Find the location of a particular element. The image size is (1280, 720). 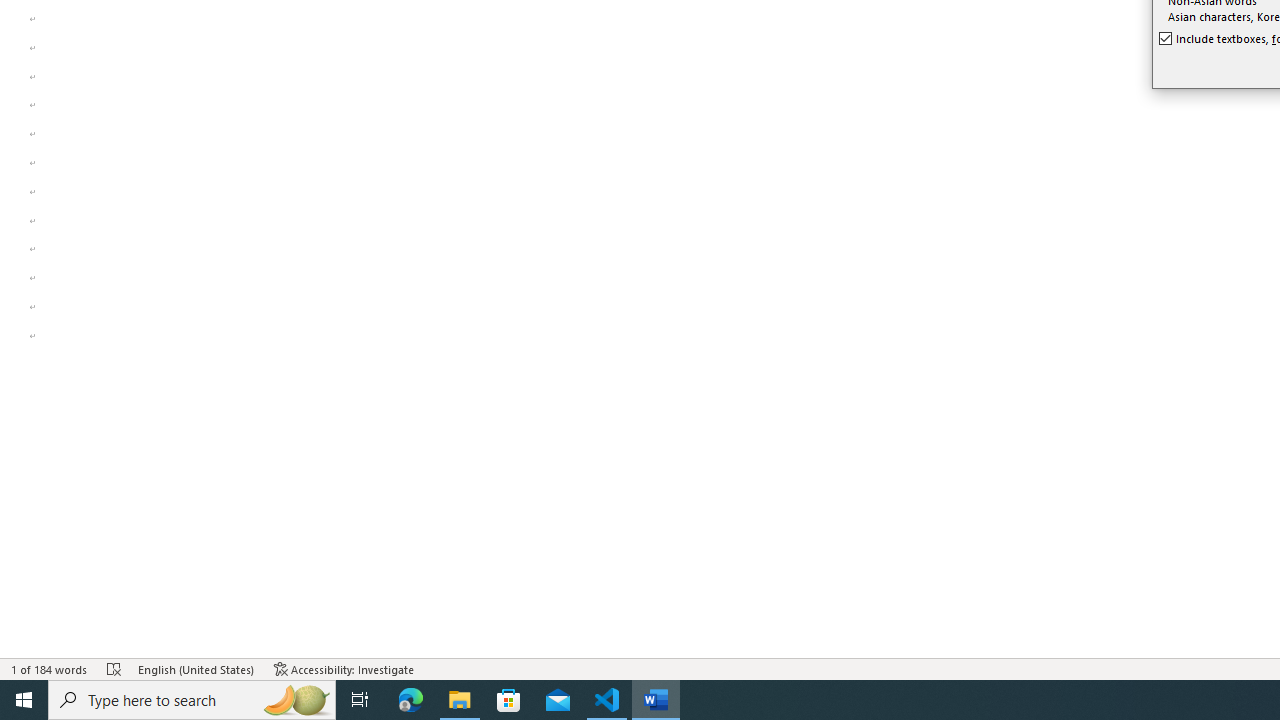

'Microsoft Edge' is located at coordinates (410, 698).